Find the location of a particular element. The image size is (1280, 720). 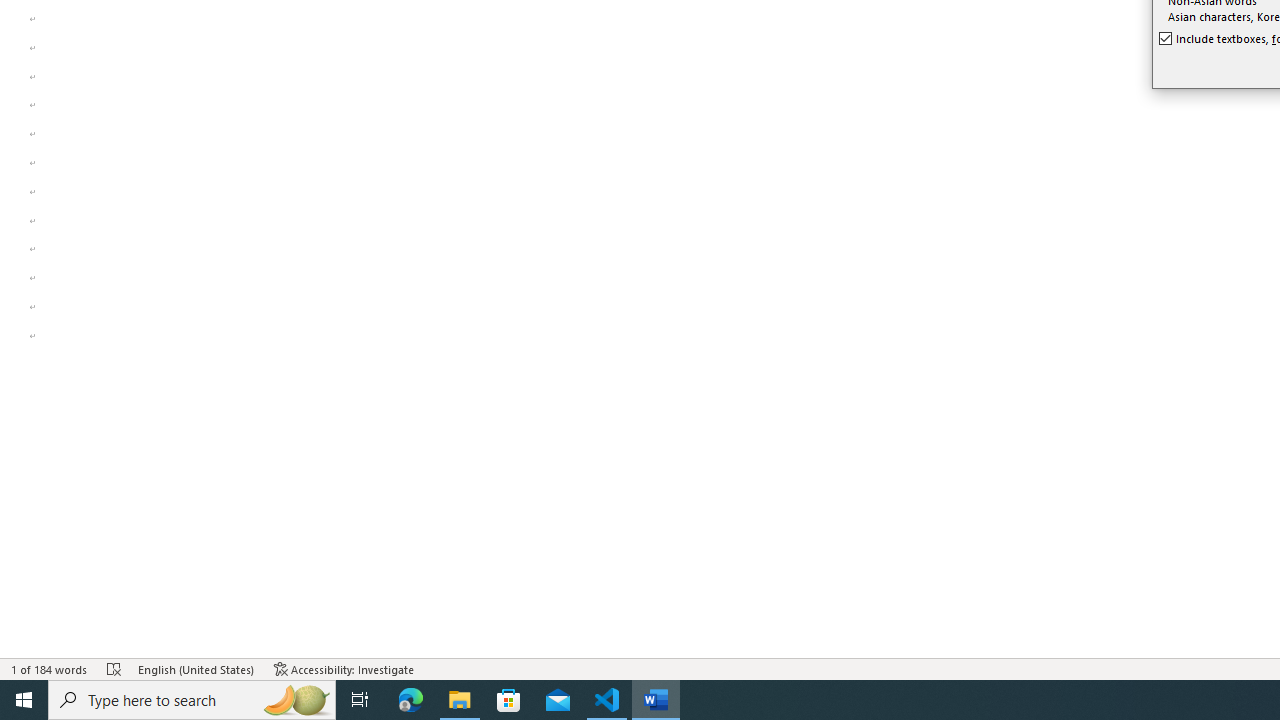

'Microsoft Edge' is located at coordinates (410, 698).